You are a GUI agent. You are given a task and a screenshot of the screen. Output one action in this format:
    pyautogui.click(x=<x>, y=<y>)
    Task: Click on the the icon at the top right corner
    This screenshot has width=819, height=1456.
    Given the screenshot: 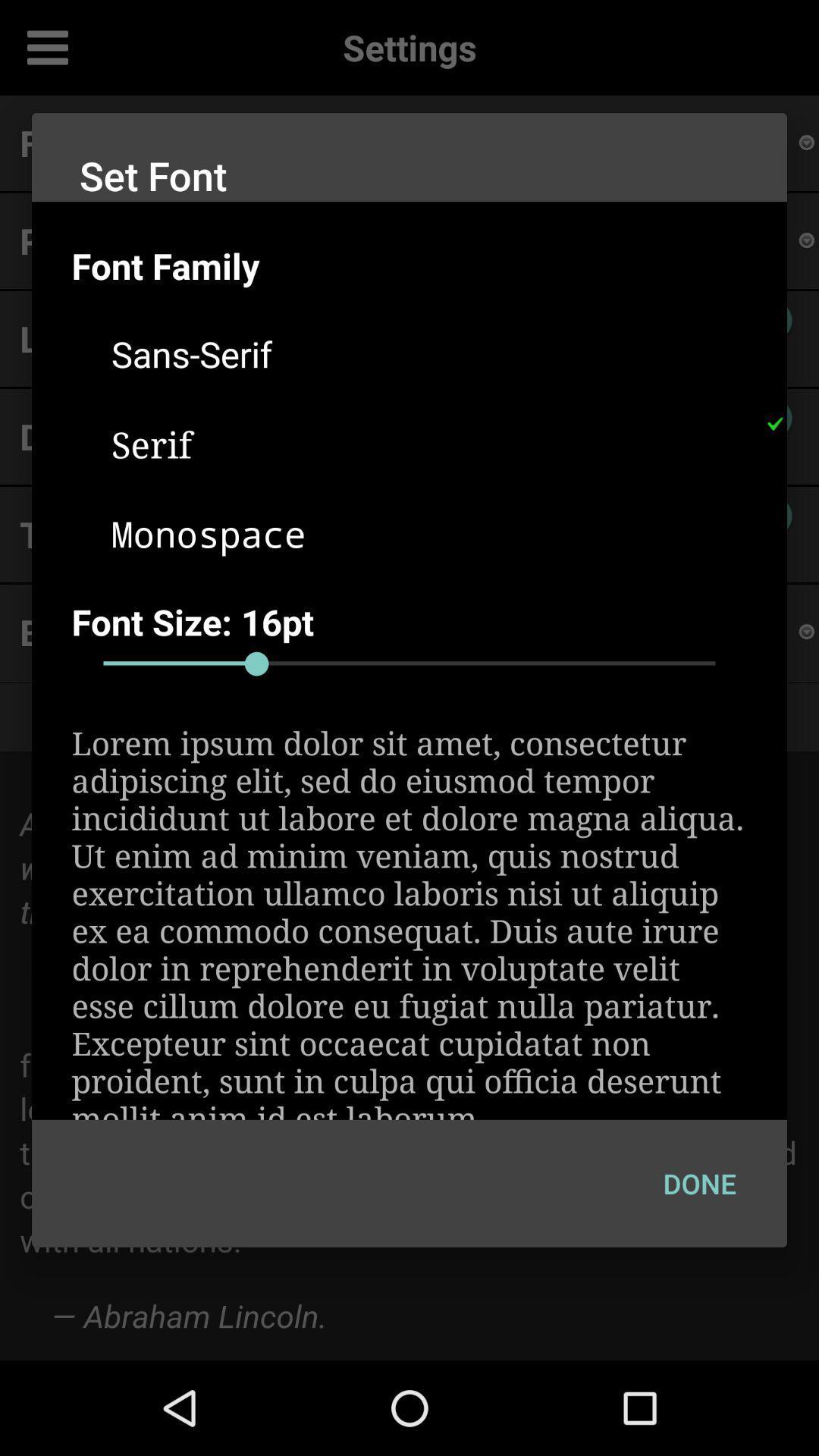 What is the action you would take?
    pyautogui.click(x=774, y=424)
    